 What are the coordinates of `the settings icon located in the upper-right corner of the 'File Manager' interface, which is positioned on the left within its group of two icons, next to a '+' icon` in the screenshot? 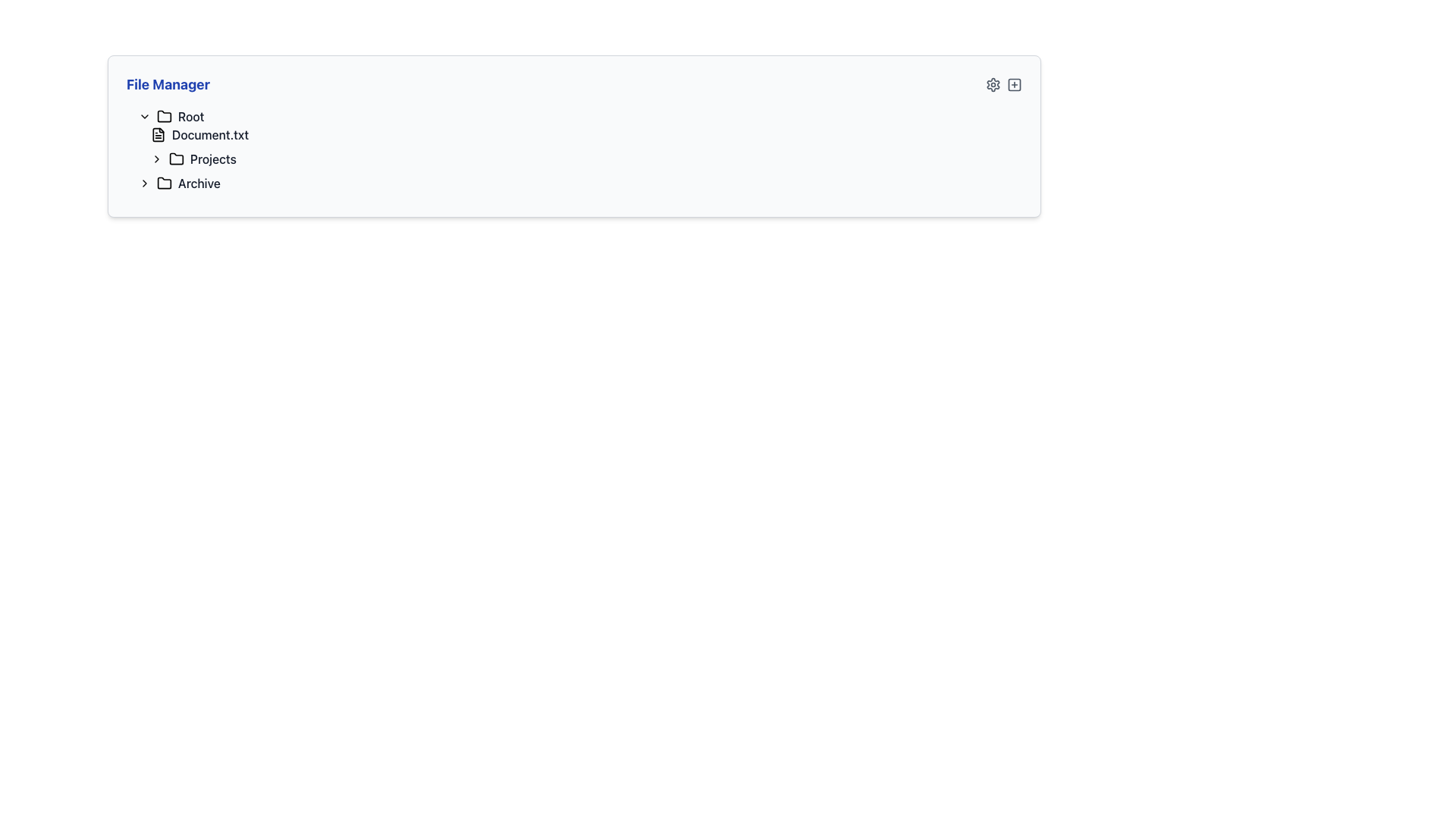 It's located at (993, 84).